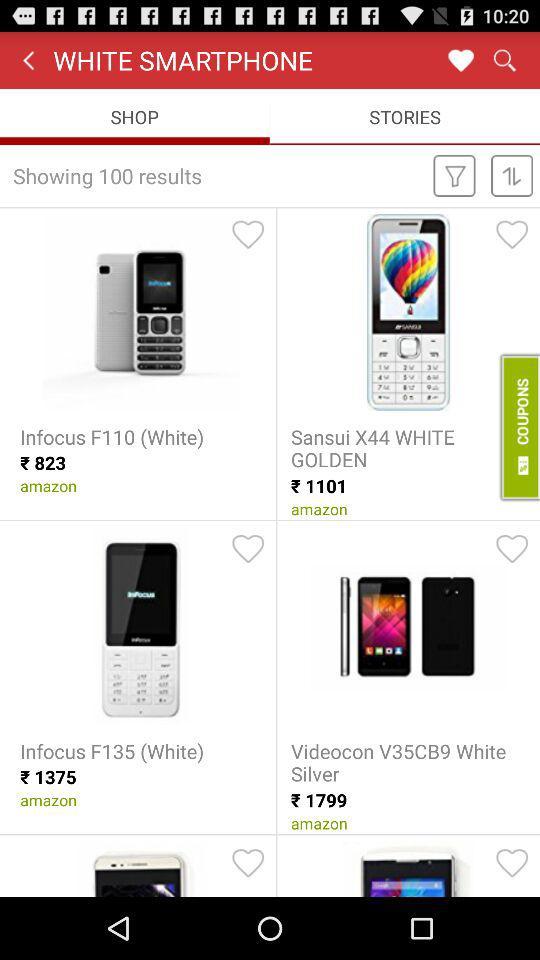 This screenshot has width=540, height=960. What do you see at coordinates (518, 427) in the screenshot?
I see `coupons` at bounding box center [518, 427].